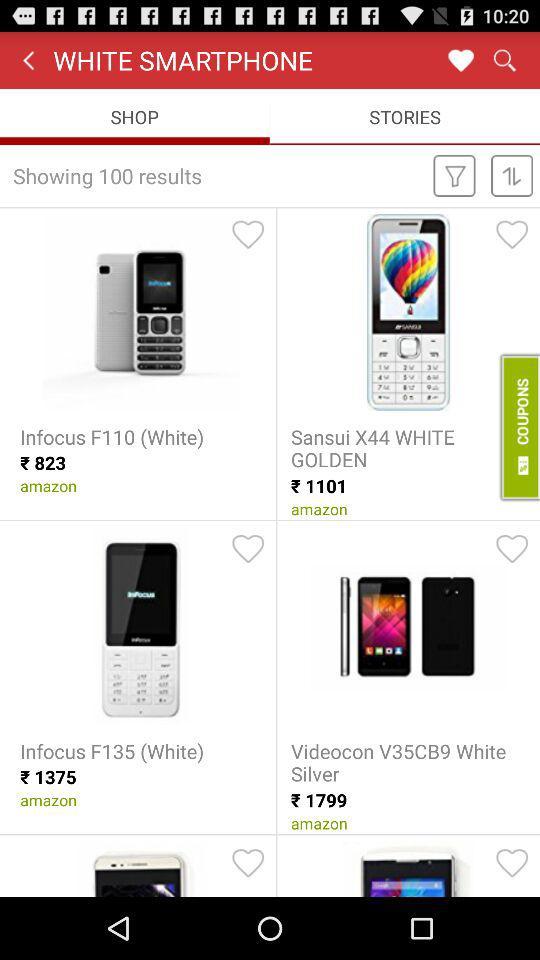 This screenshot has width=540, height=960. What do you see at coordinates (518, 427) in the screenshot?
I see `coupons` at bounding box center [518, 427].